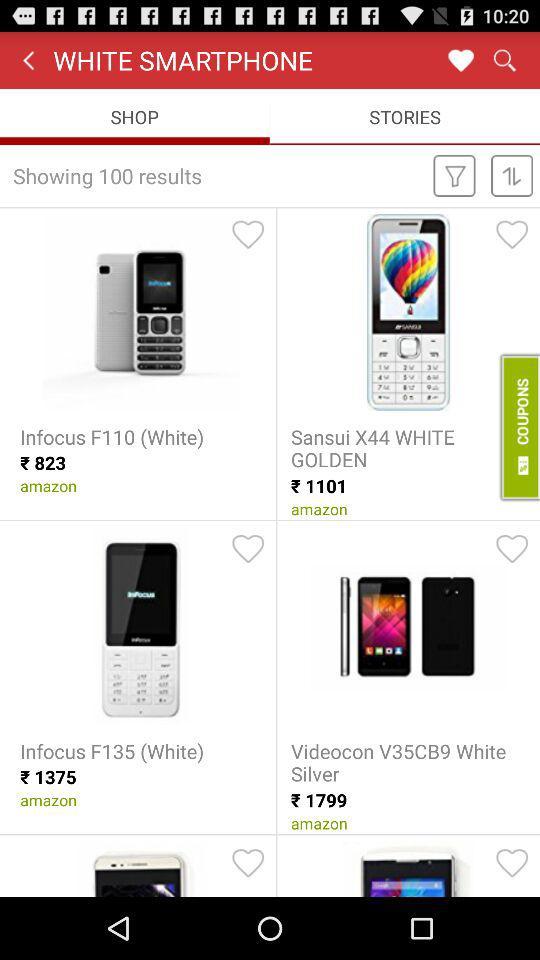 This screenshot has width=540, height=960. What do you see at coordinates (518, 427) in the screenshot?
I see `coupons` at bounding box center [518, 427].